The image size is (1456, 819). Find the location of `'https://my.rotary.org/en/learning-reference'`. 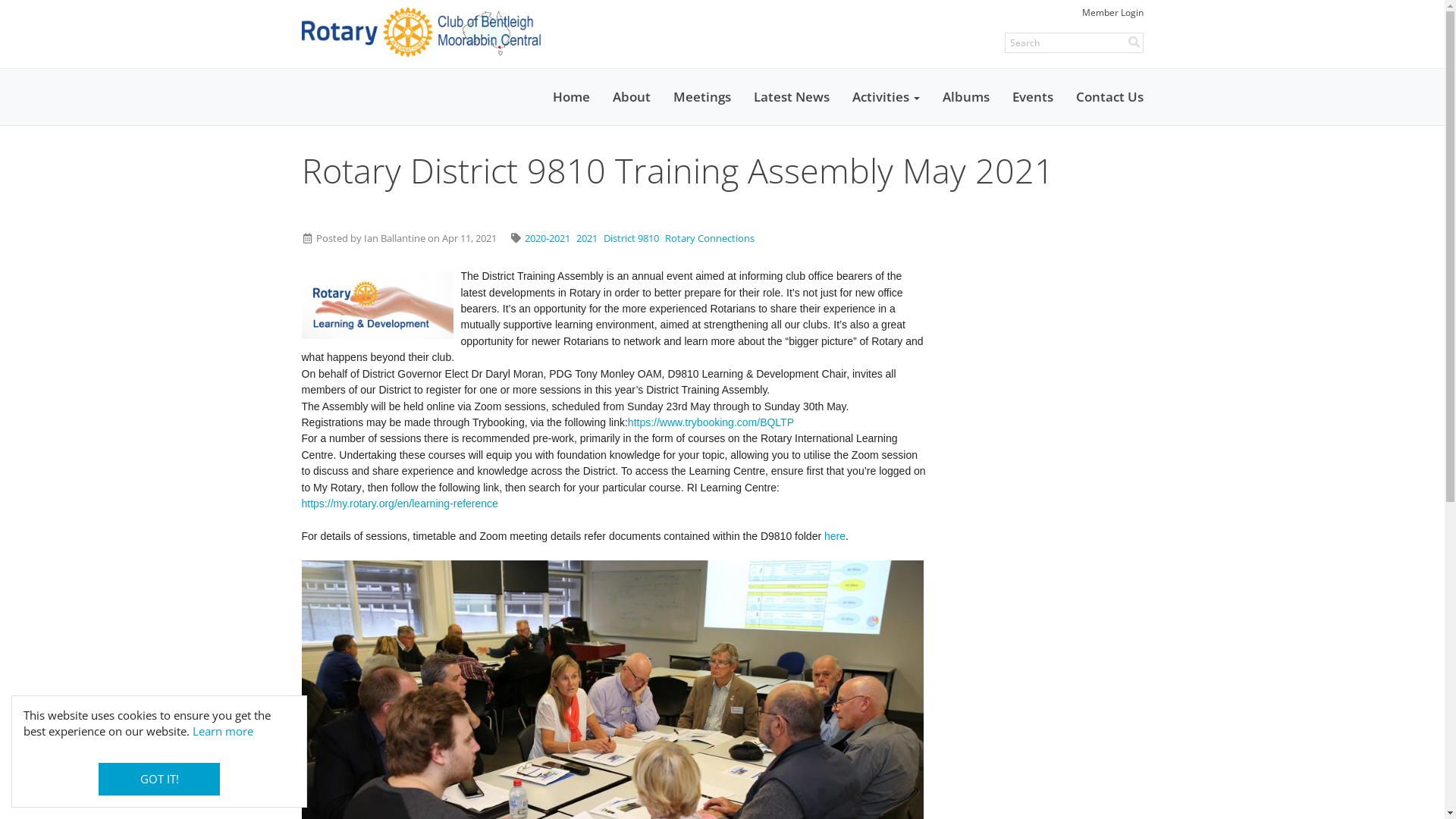

'https://my.rotary.org/en/learning-reference' is located at coordinates (302, 503).